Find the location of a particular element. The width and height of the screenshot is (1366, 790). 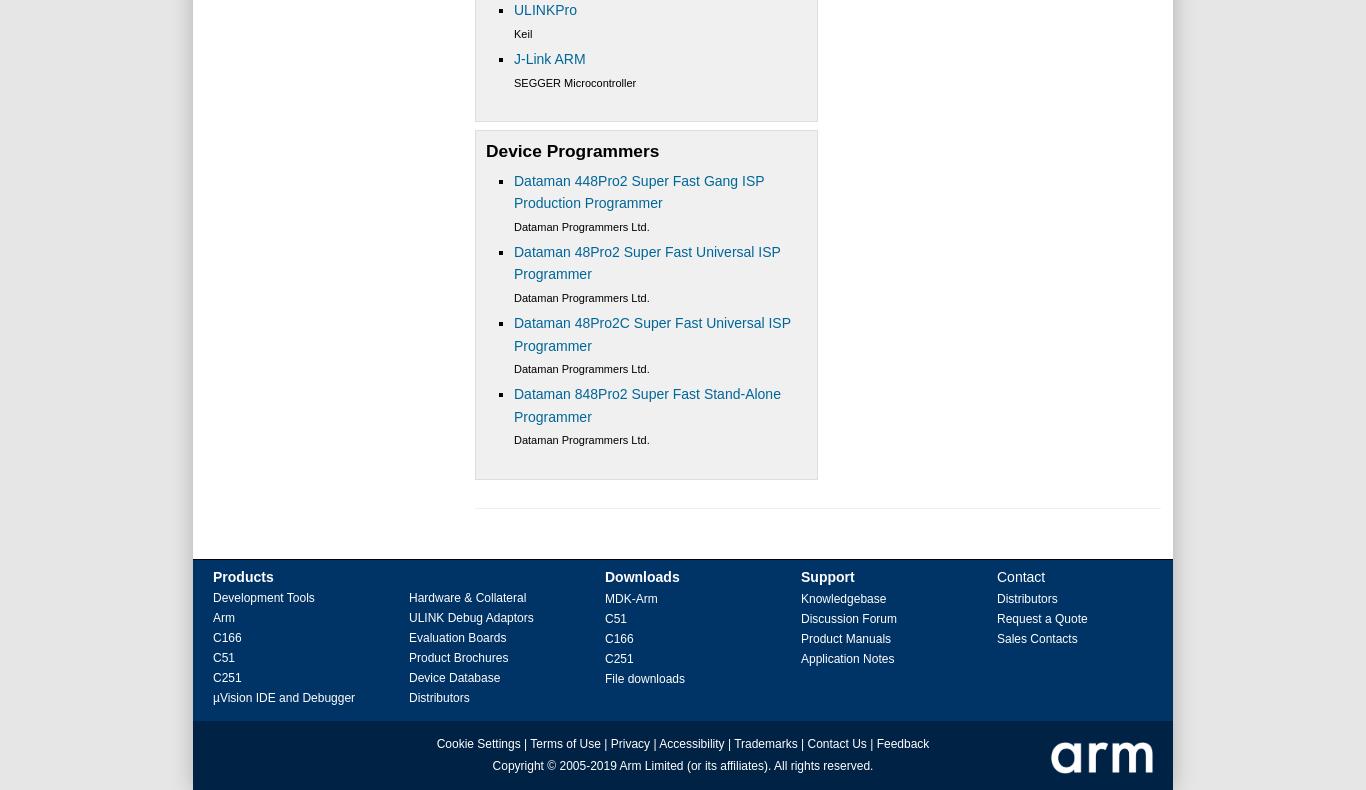

'Request a Quote' is located at coordinates (997, 618).